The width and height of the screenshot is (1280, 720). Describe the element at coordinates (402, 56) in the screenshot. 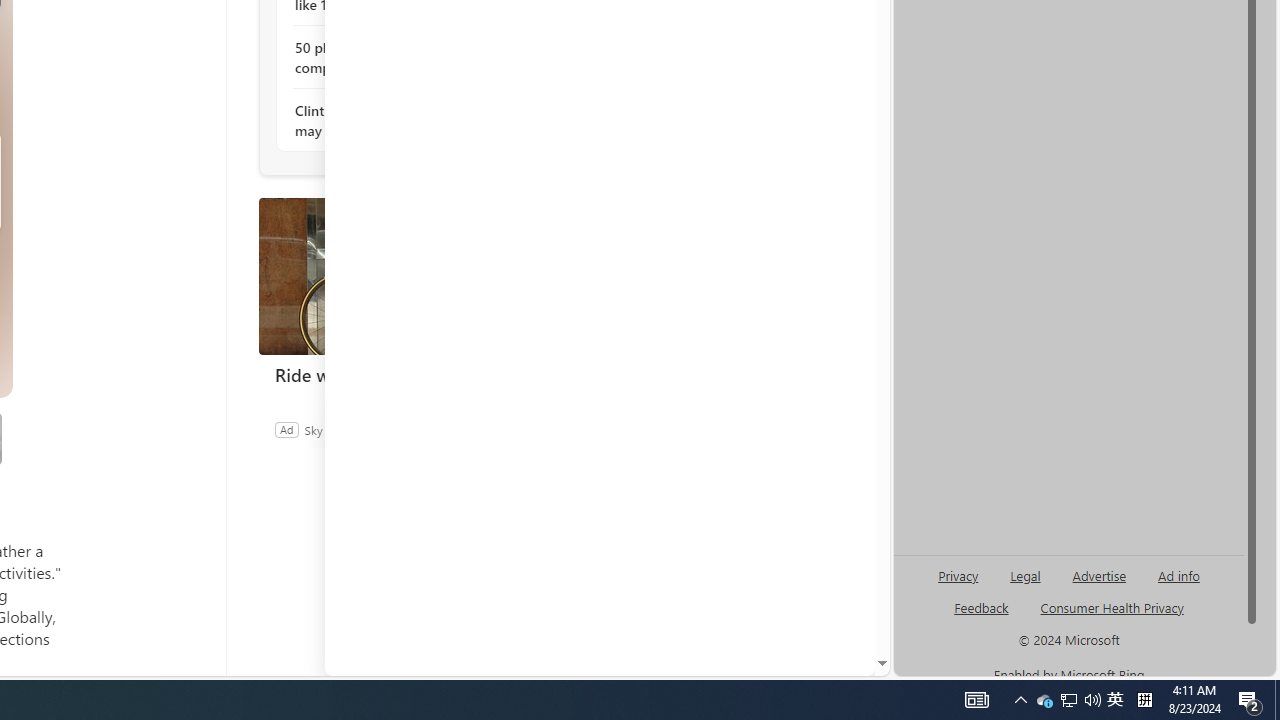

I see `'50 photos that show companionship in the animal kingdom'` at that location.